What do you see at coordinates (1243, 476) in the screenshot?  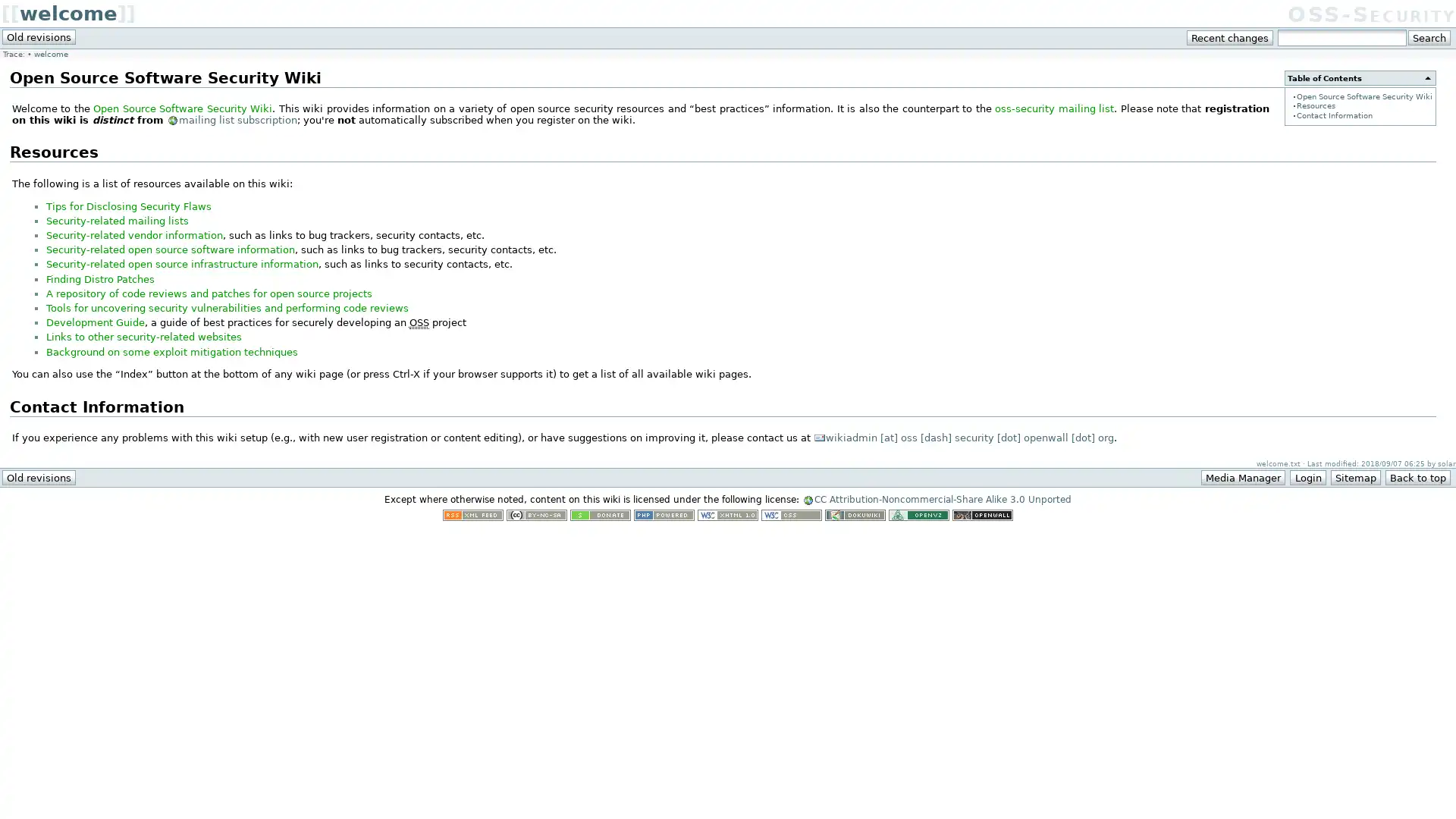 I see `Media Manager` at bounding box center [1243, 476].